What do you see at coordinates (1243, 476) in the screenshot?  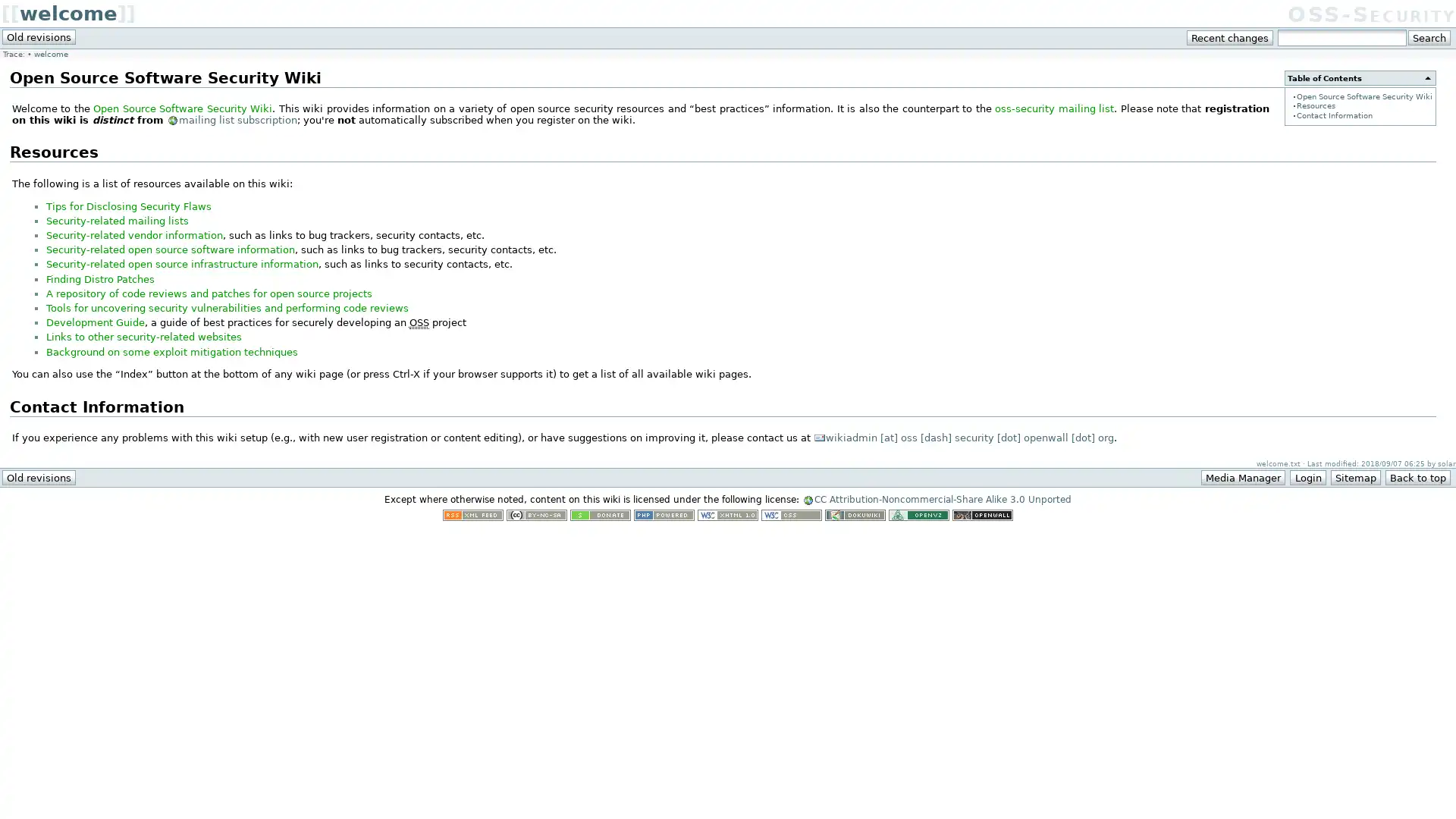 I see `Media Manager` at bounding box center [1243, 476].